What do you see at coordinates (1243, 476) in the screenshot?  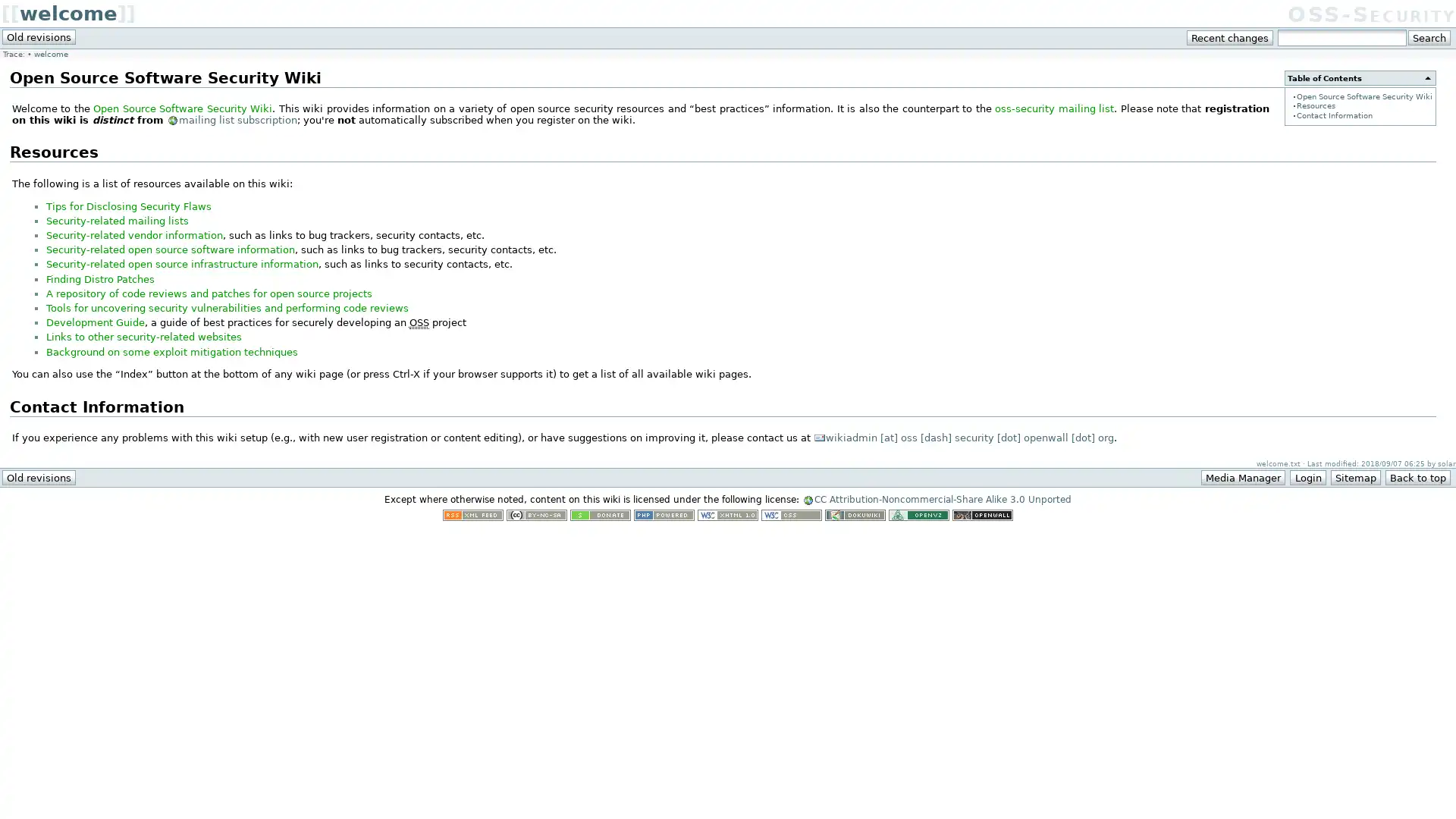 I see `Media Manager` at bounding box center [1243, 476].